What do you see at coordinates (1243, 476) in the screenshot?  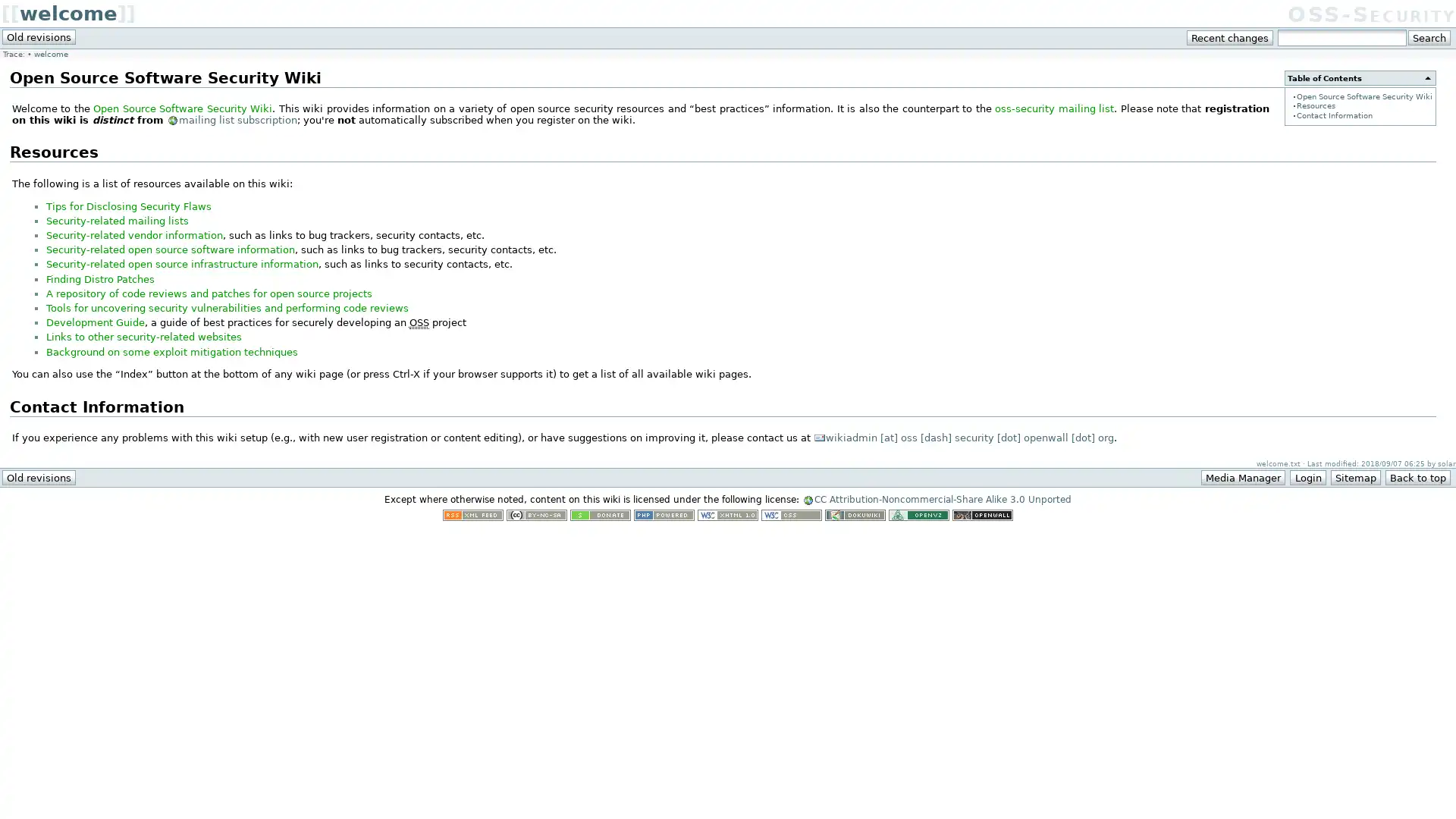 I see `Media Manager` at bounding box center [1243, 476].